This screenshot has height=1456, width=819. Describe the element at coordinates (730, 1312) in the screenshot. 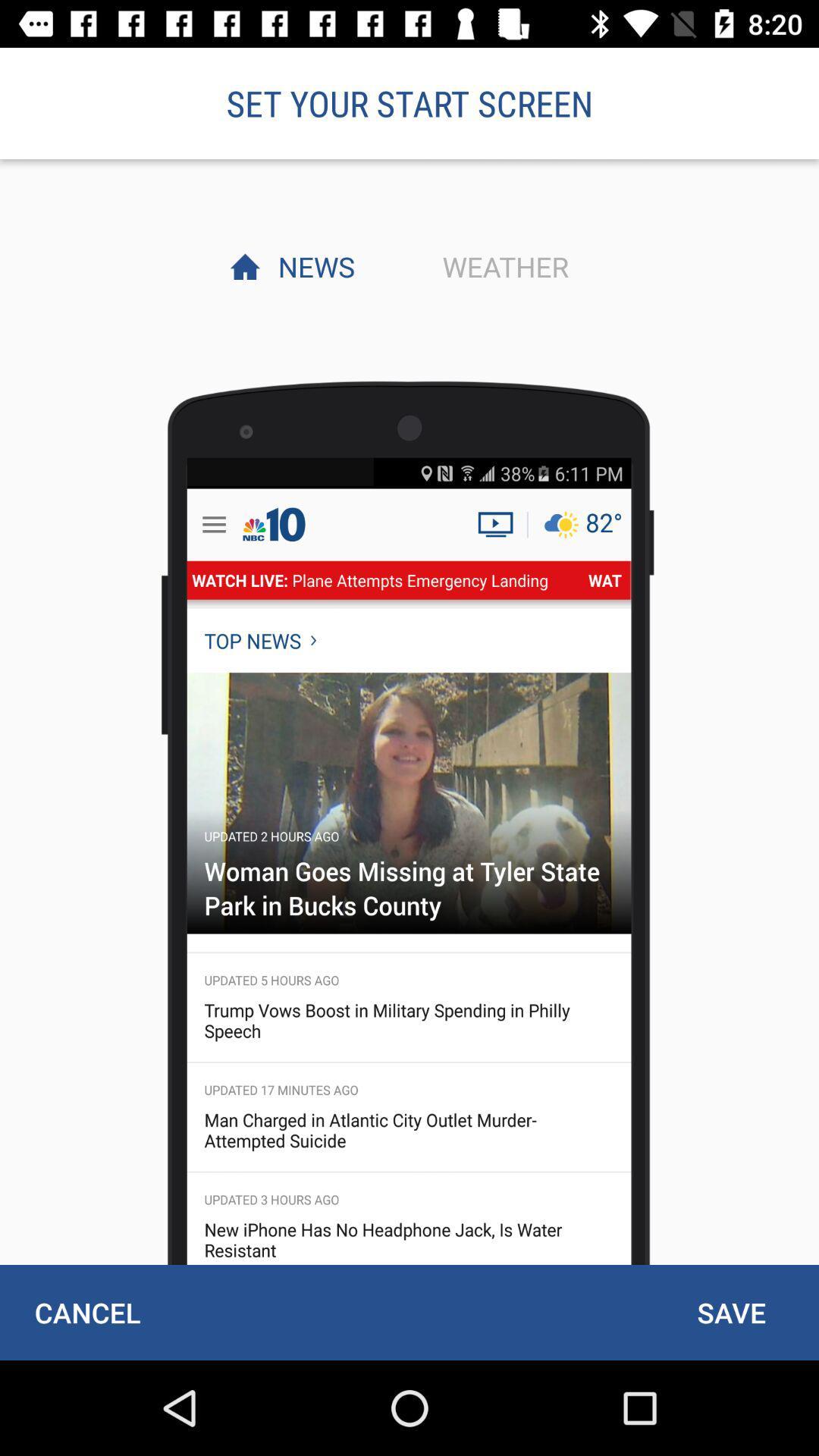

I see `the save at the bottom right corner` at that location.